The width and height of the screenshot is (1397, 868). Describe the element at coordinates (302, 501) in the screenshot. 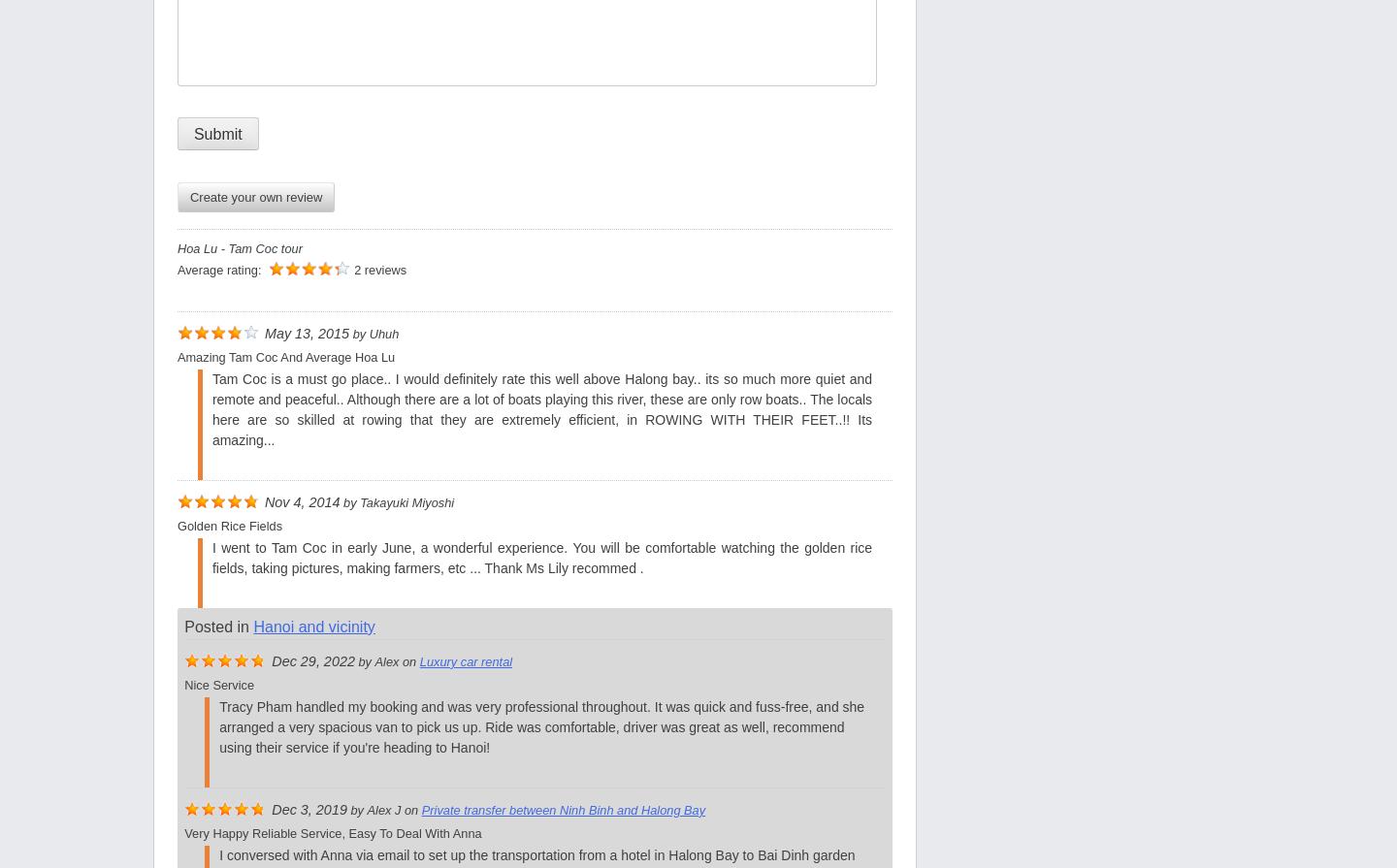

I see `'Nov 4, 2014'` at that location.